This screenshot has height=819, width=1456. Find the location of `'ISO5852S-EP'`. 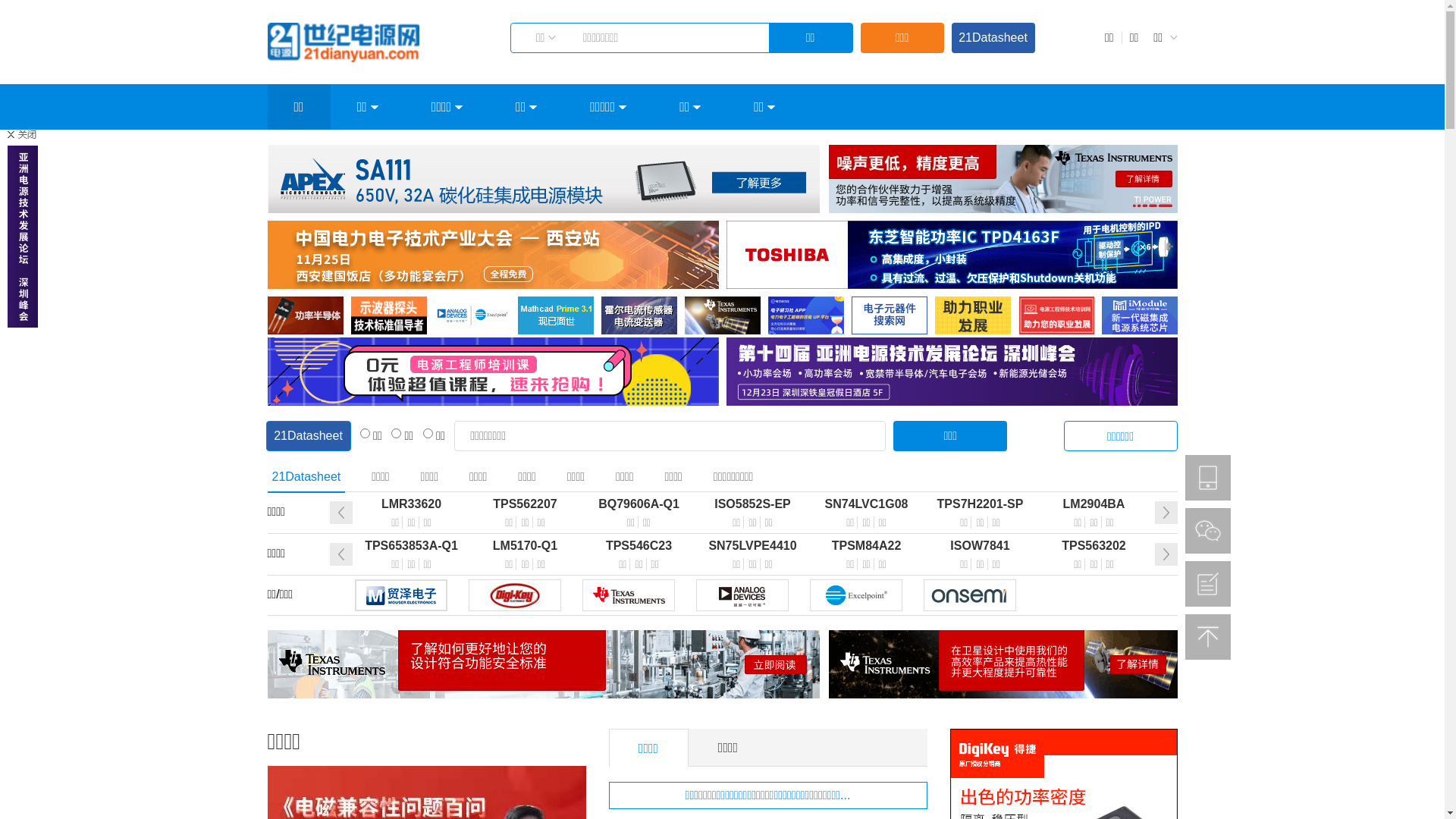

'ISO5852S-EP' is located at coordinates (753, 504).